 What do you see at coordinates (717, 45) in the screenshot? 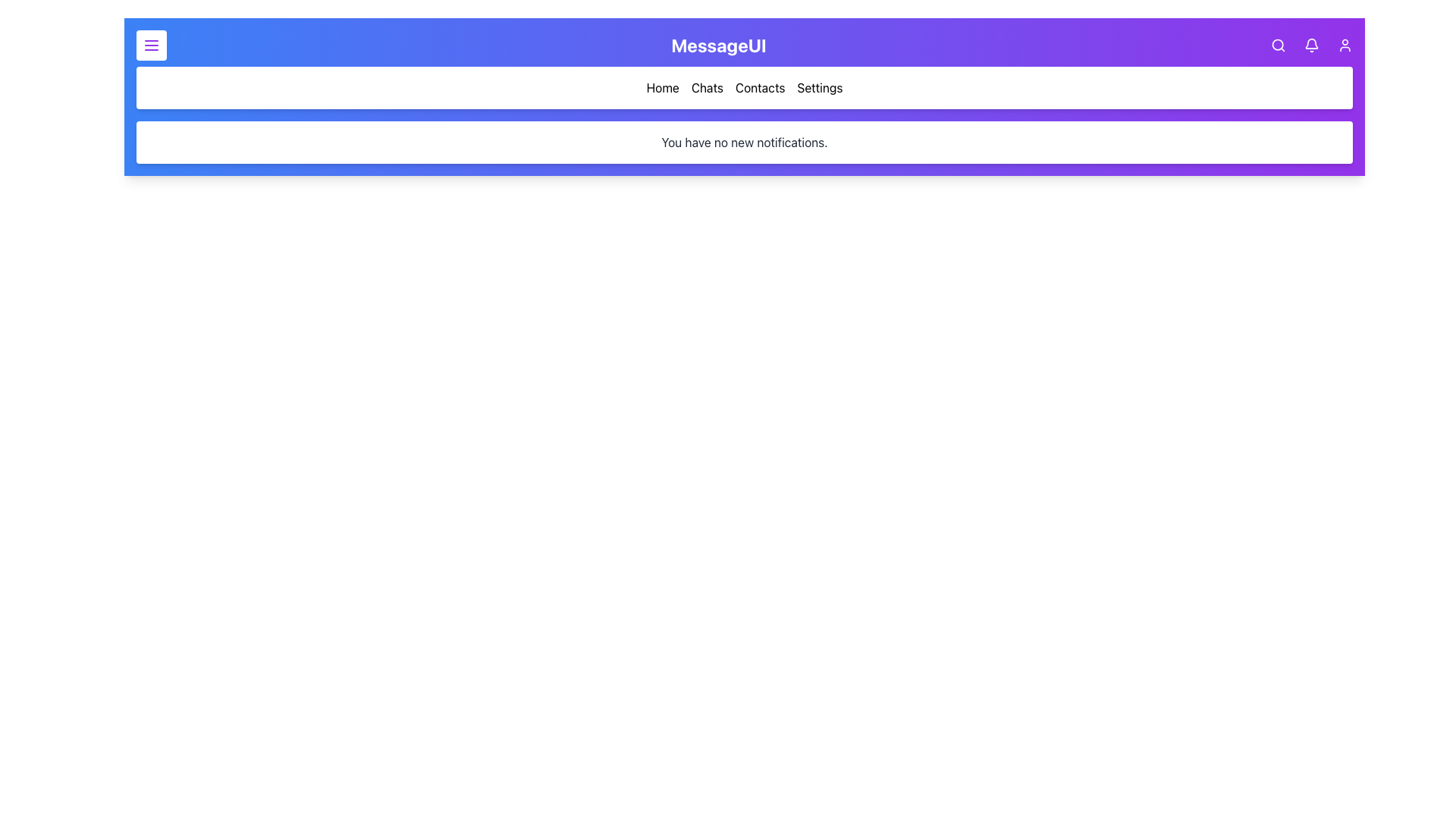
I see `the static text label in the header section of the application, which is the only text displayed in a large, bold font` at bounding box center [717, 45].